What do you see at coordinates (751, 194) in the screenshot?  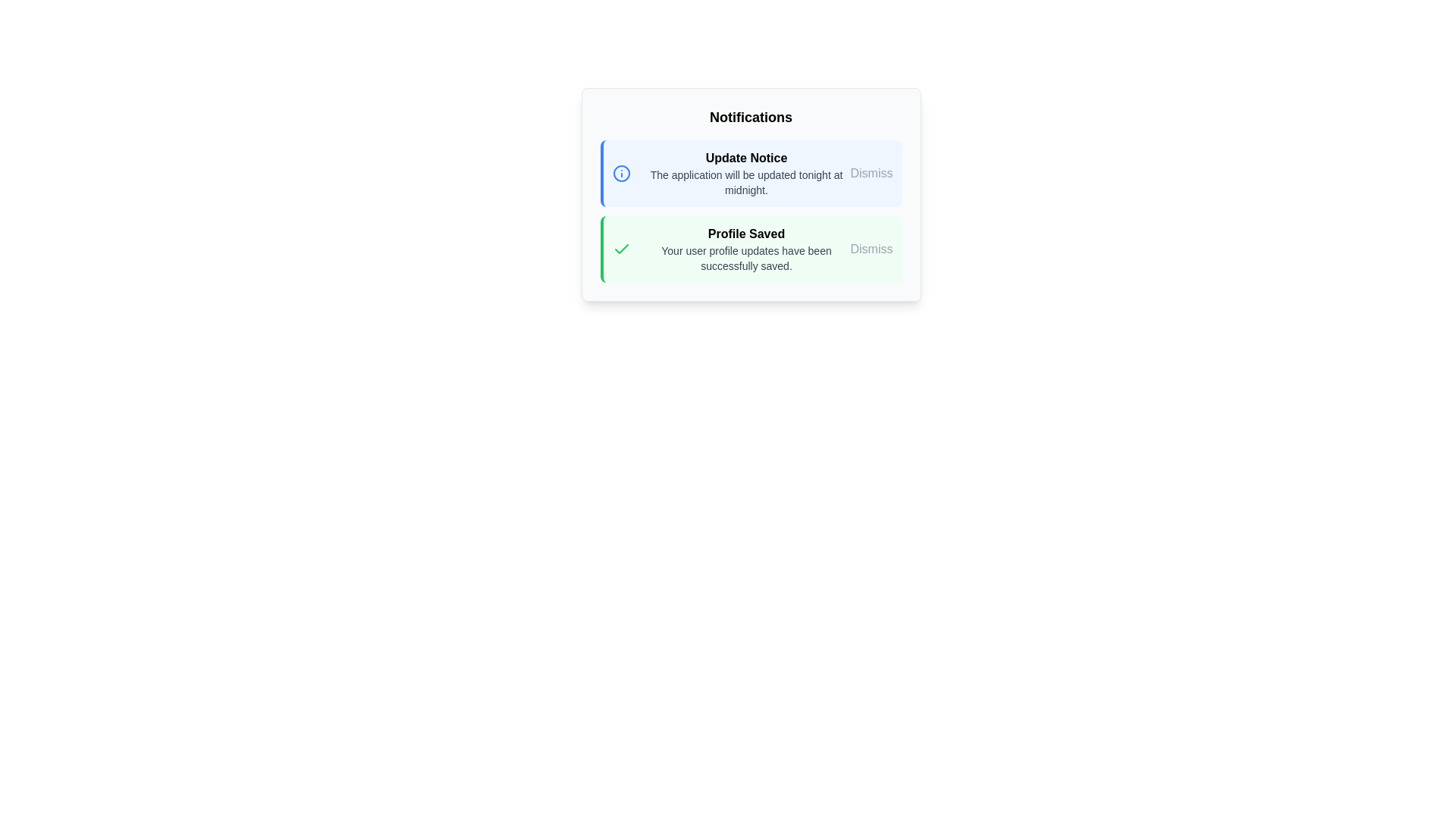 I see `notifications from the notification panel situated beneath the 'Notifications' header text, which contains multiple vertically stacked notification blocks` at bounding box center [751, 194].